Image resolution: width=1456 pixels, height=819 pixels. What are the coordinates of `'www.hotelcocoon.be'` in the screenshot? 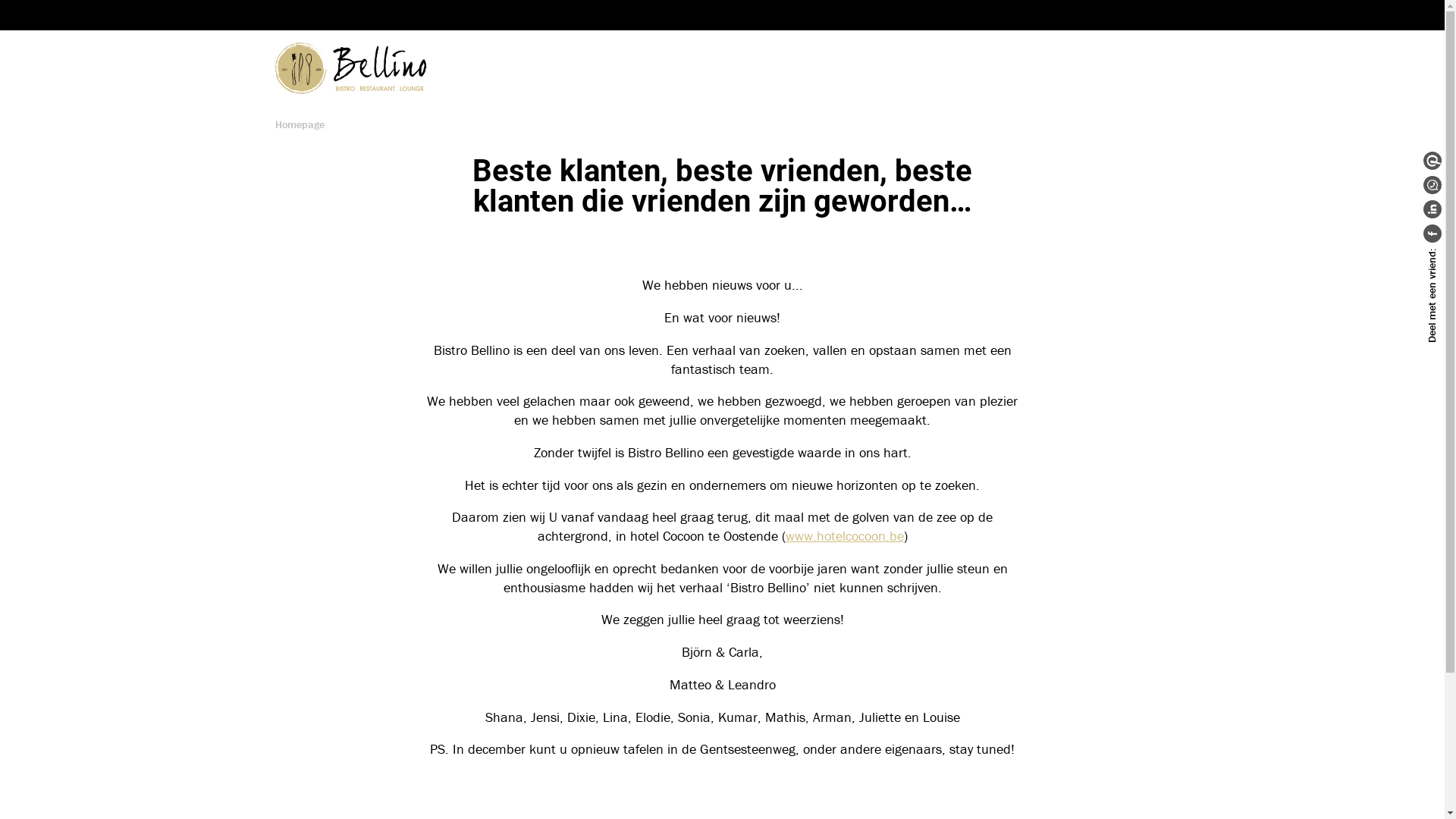 It's located at (843, 535).